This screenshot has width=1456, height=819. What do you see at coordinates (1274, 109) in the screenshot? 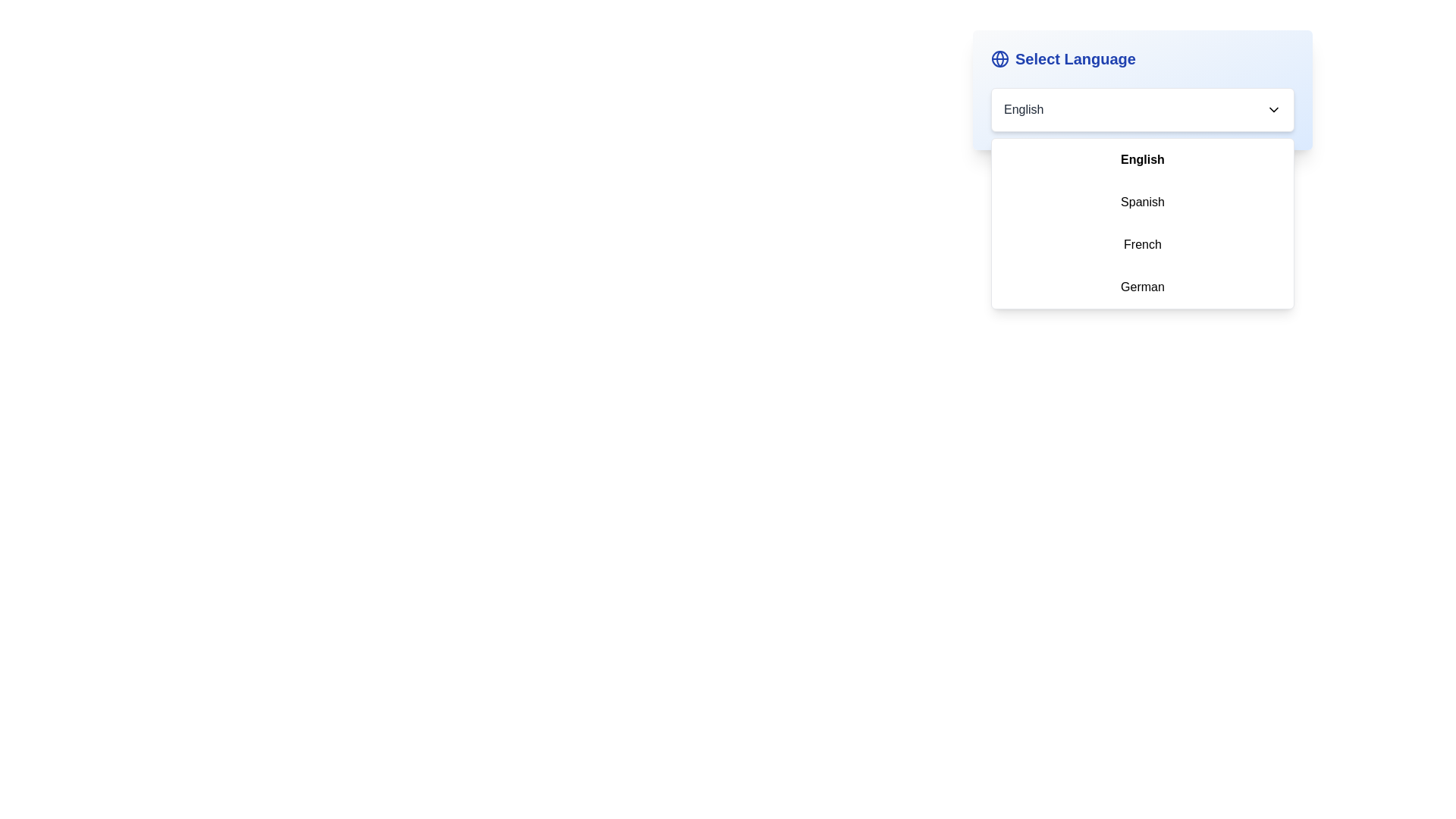
I see `the dropdown toggle button to close the language options` at bounding box center [1274, 109].